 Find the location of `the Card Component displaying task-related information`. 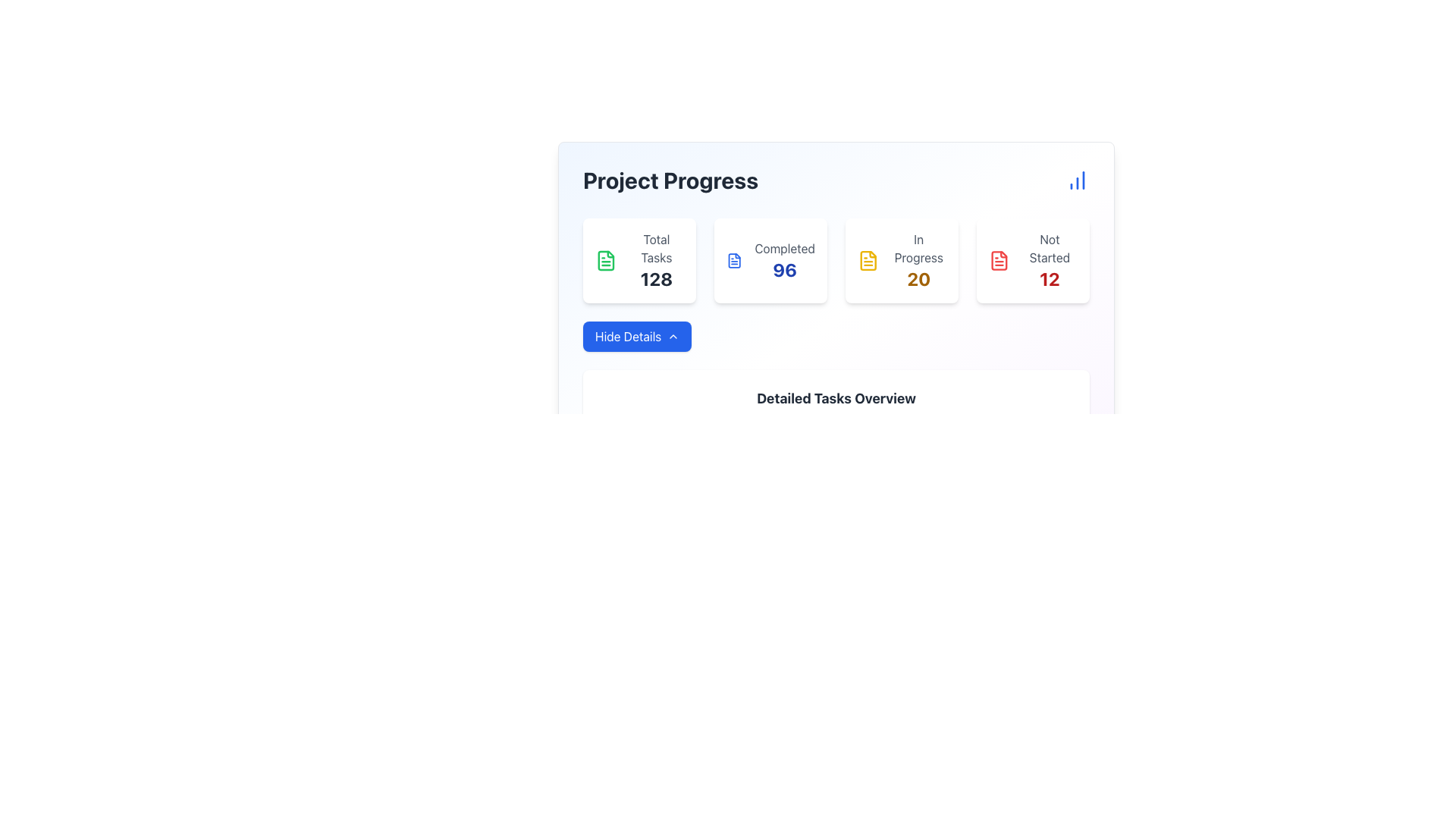

the Card Component displaying task-related information is located at coordinates (639, 259).